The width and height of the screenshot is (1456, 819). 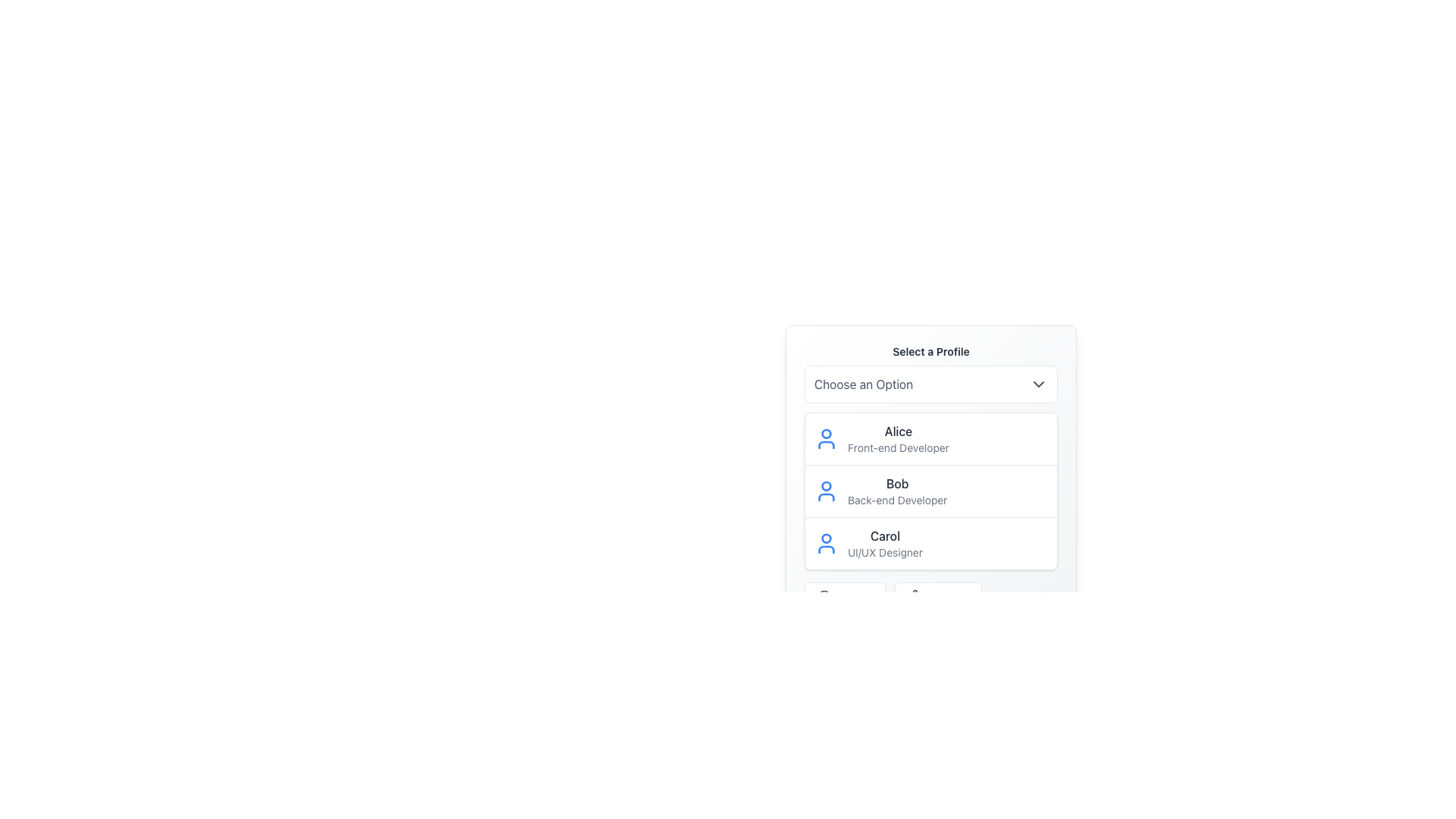 What do you see at coordinates (930, 438) in the screenshot?
I see `the first selectable list item representing the user profile 'Alice', which includes an avatar icon and descriptive text 'Front-end Developer'` at bounding box center [930, 438].